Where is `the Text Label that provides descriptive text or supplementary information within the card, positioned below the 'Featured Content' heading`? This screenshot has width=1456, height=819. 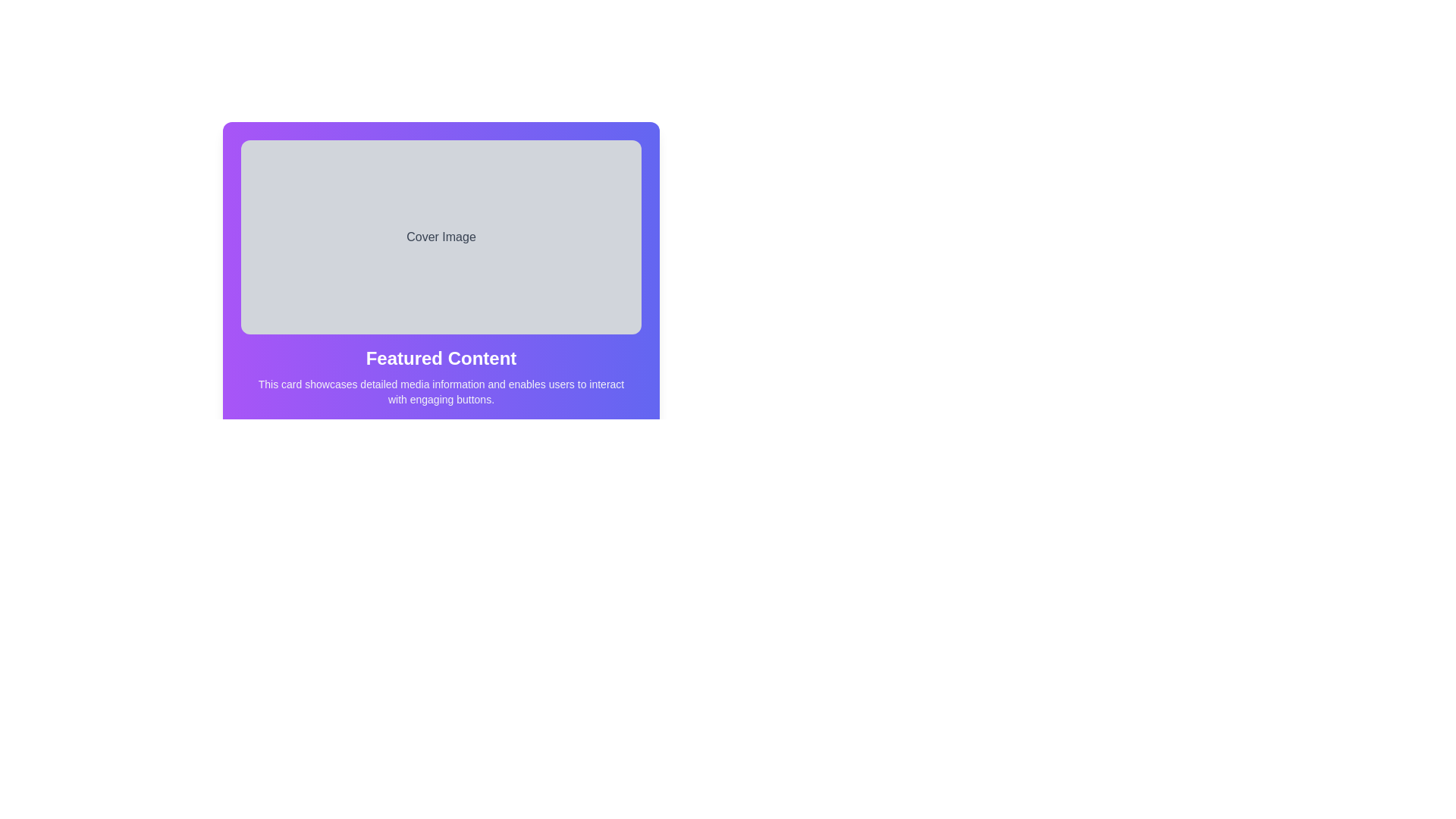
the Text Label that provides descriptive text or supplementary information within the card, positioned below the 'Featured Content' heading is located at coordinates (440, 391).